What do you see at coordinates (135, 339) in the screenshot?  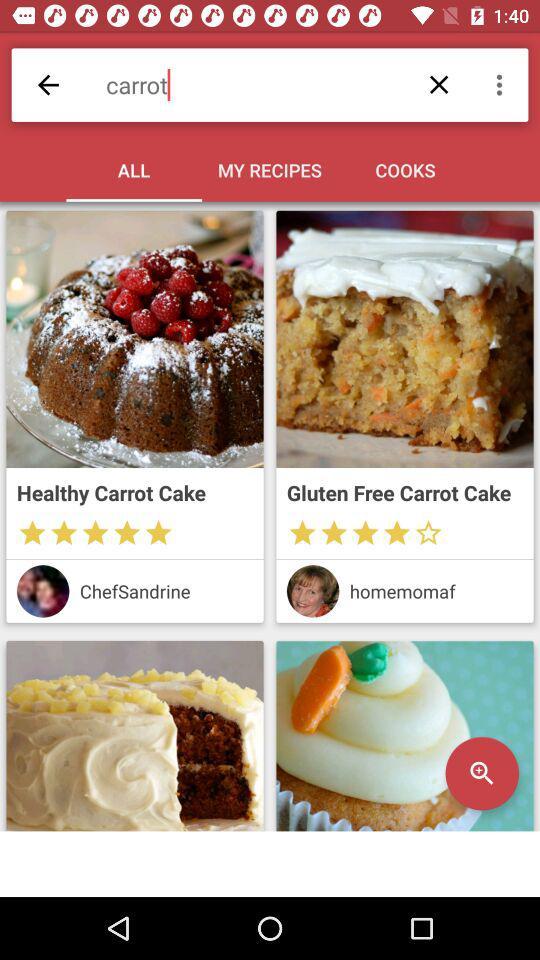 I see `choose recipe` at bounding box center [135, 339].